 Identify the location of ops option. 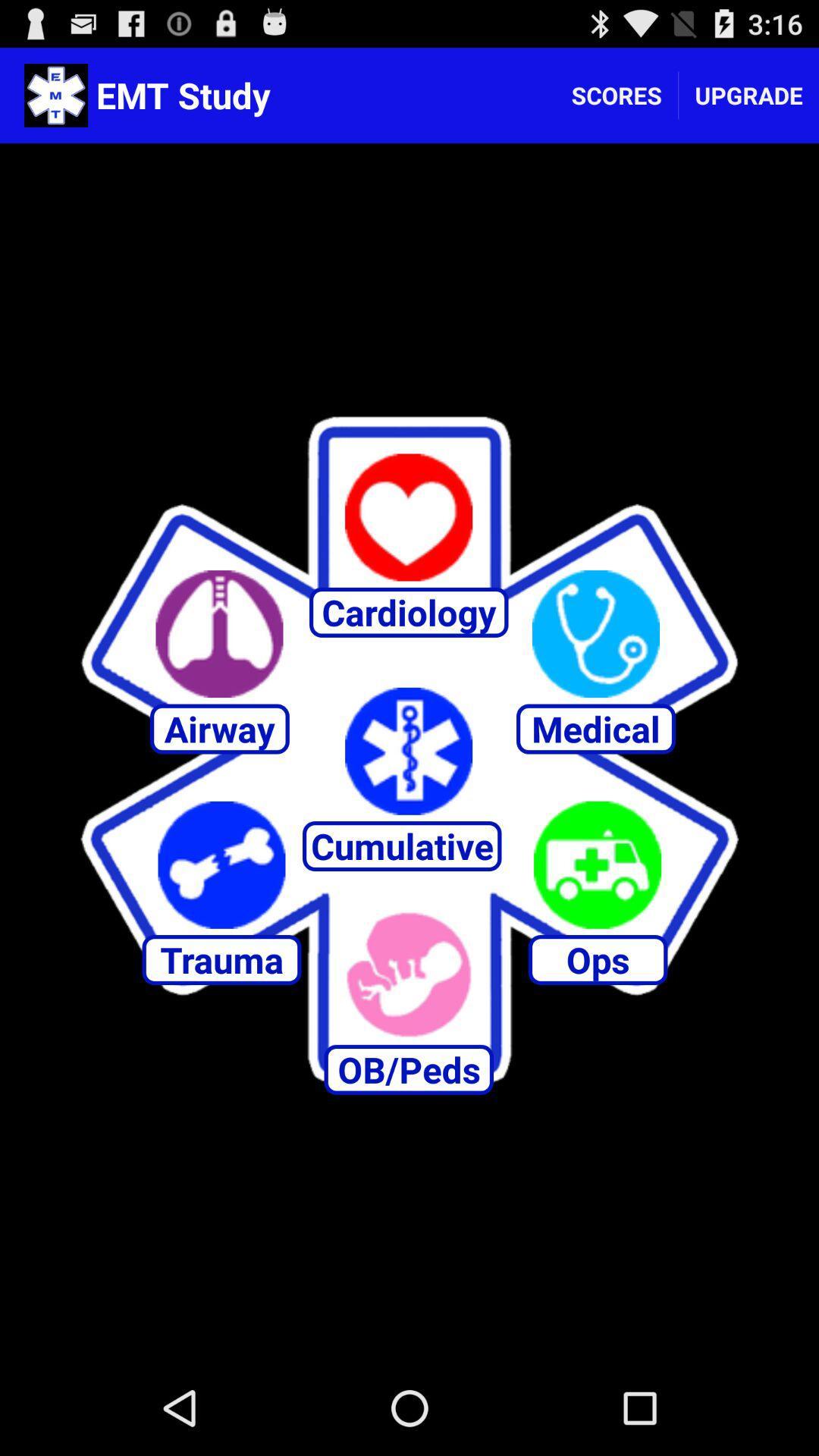
(597, 864).